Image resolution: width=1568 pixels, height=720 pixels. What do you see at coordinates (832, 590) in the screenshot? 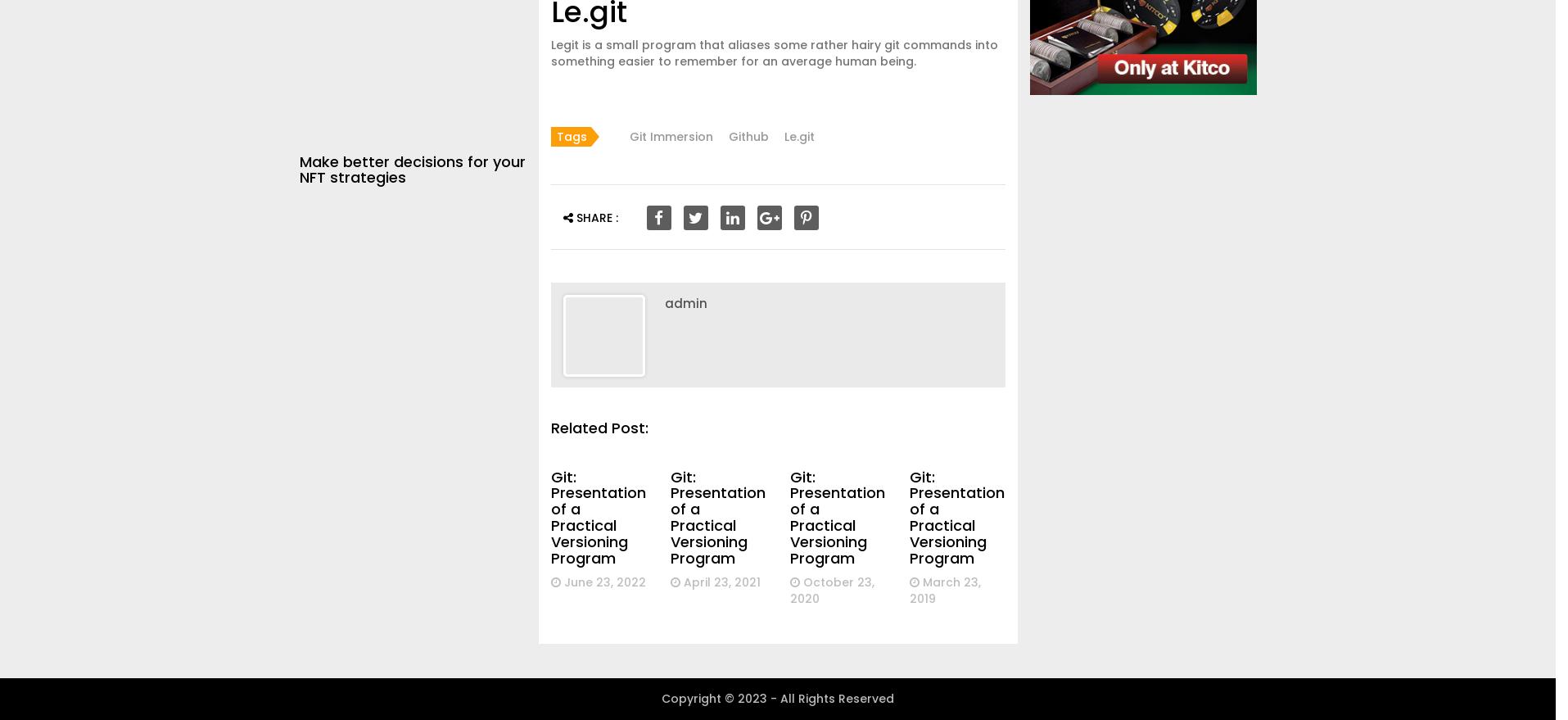
I see `'October 23, 2020'` at bounding box center [832, 590].